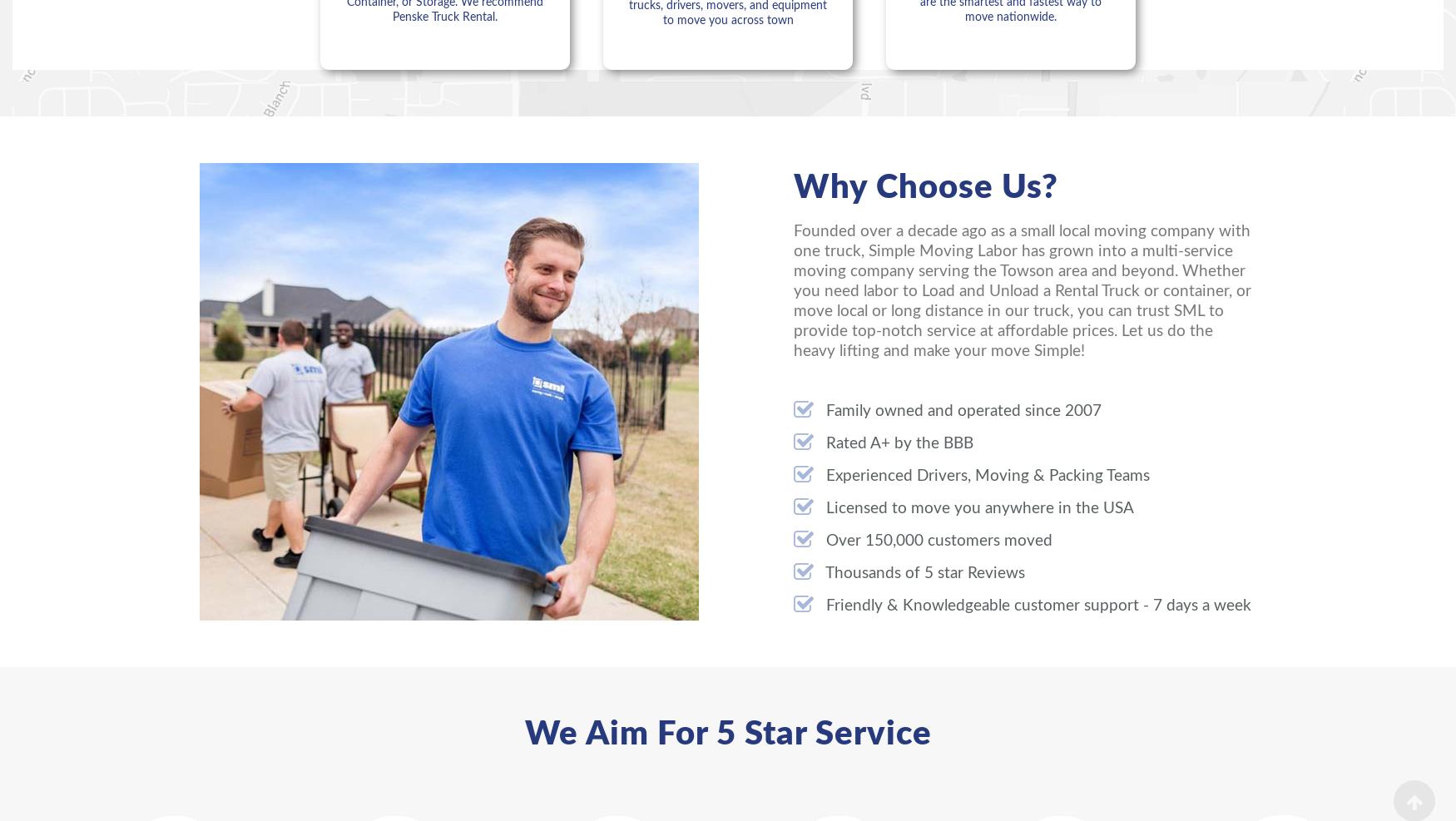 This screenshot has height=821, width=1456. I want to click on 'Over 150,000 customers moved', so click(936, 541).